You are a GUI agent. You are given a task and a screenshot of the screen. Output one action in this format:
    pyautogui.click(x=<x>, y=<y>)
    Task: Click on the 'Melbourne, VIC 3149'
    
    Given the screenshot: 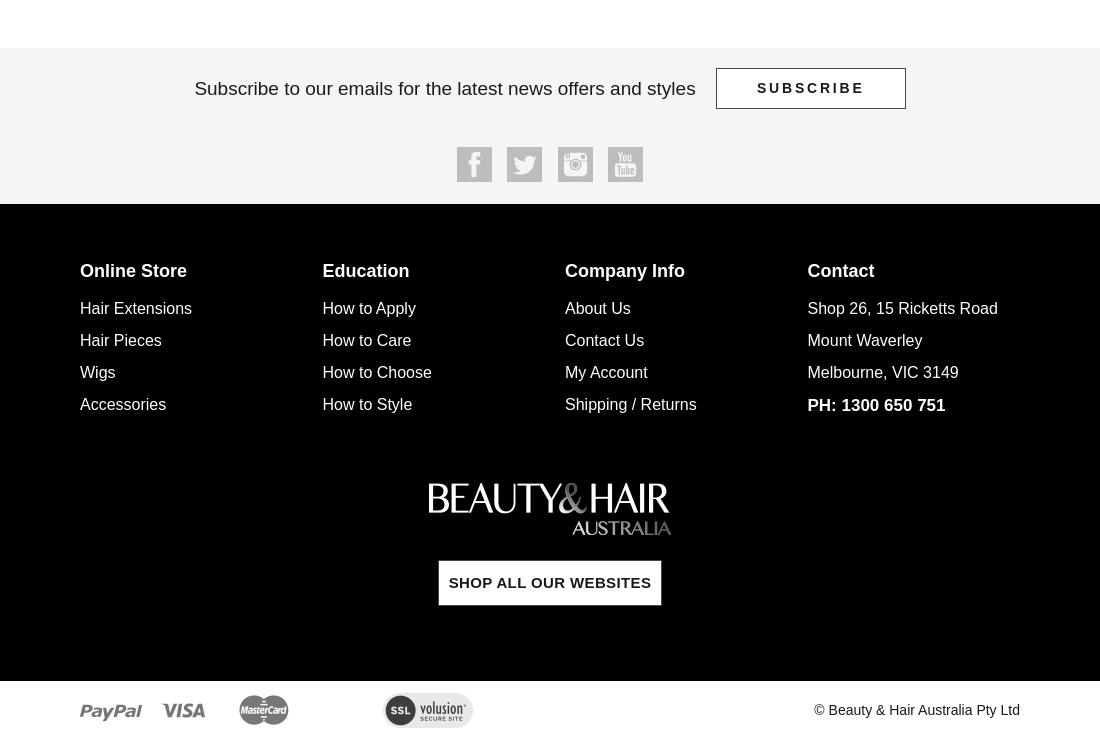 What is the action you would take?
    pyautogui.click(x=881, y=371)
    